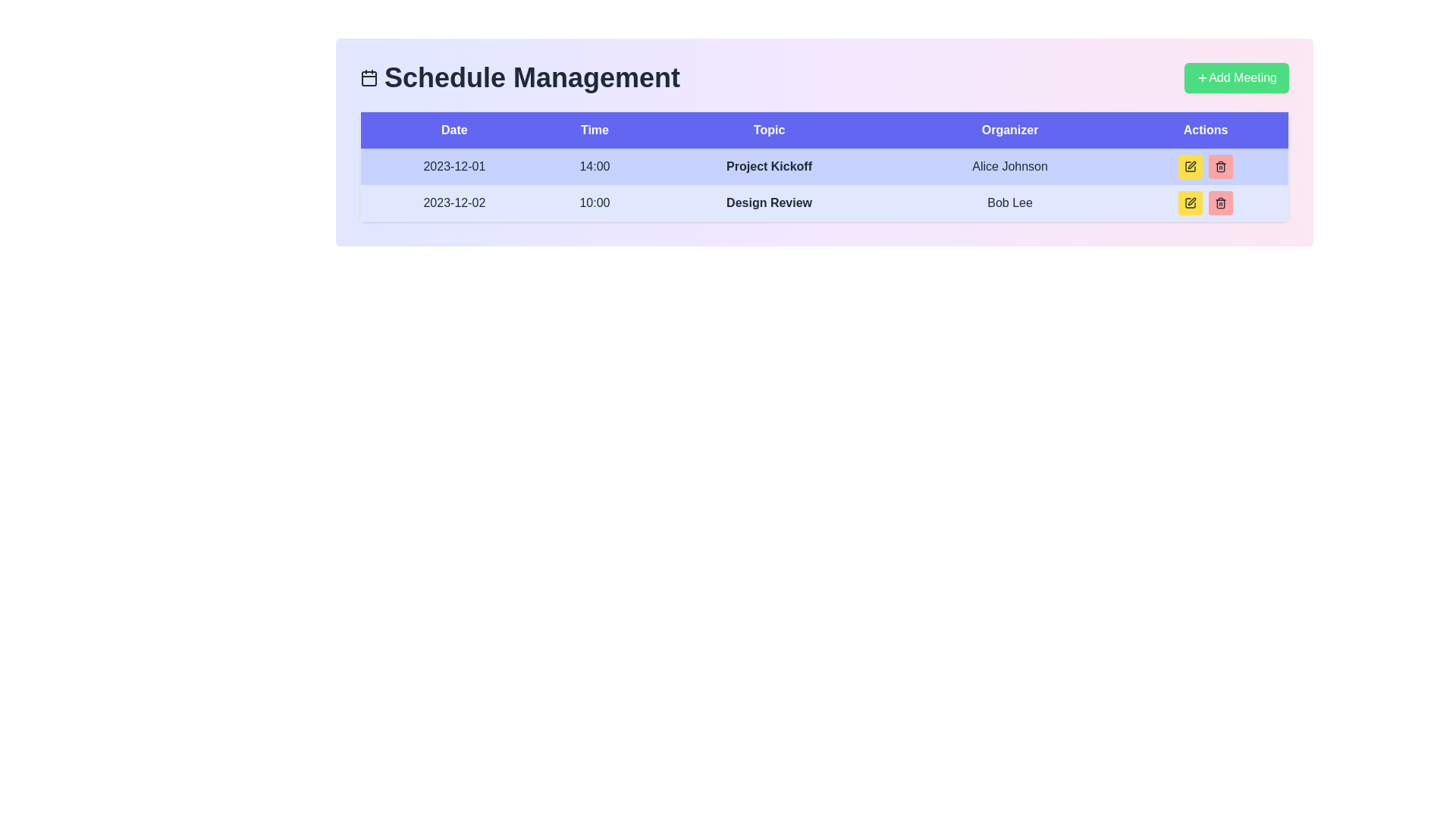 The width and height of the screenshot is (1456, 819). What do you see at coordinates (1204, 166) in the screenshot?
I see `the interactive icons for actions (edit and delete) in the Actions cell of the first row of the schedule table` at bounding box center [1204, 166].